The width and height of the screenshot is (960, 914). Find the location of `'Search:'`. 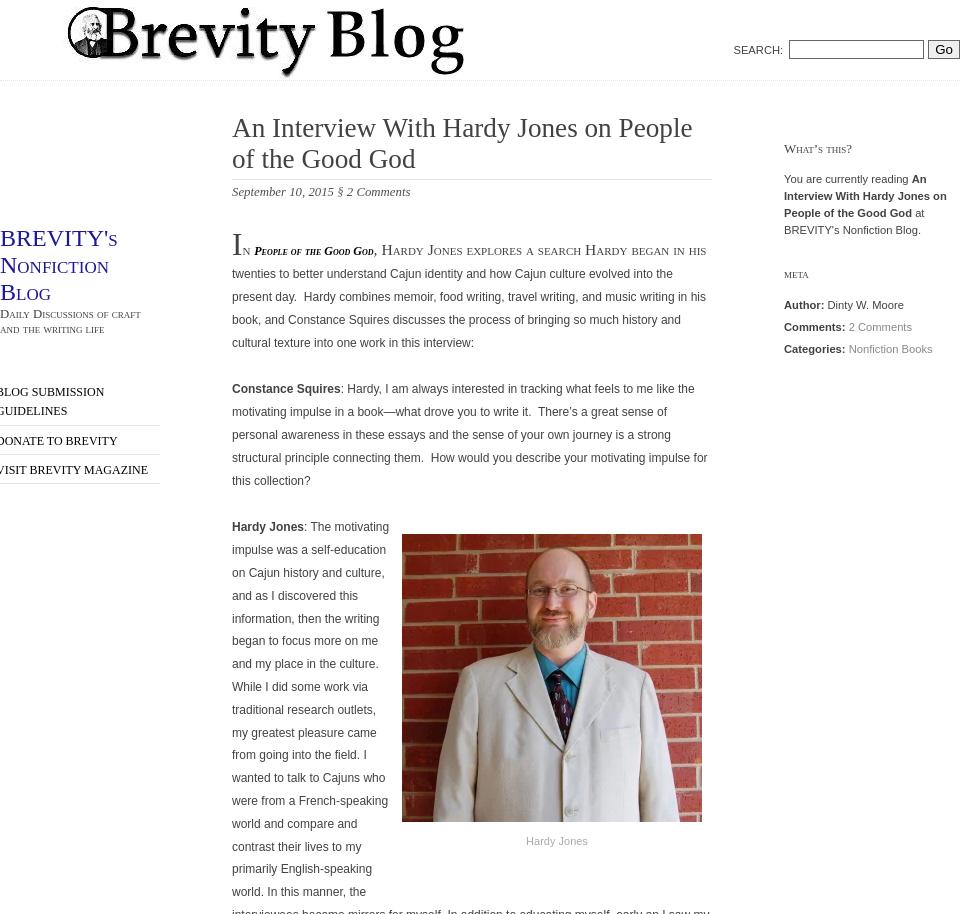

'Search:' is located at coordinates (757, 48).